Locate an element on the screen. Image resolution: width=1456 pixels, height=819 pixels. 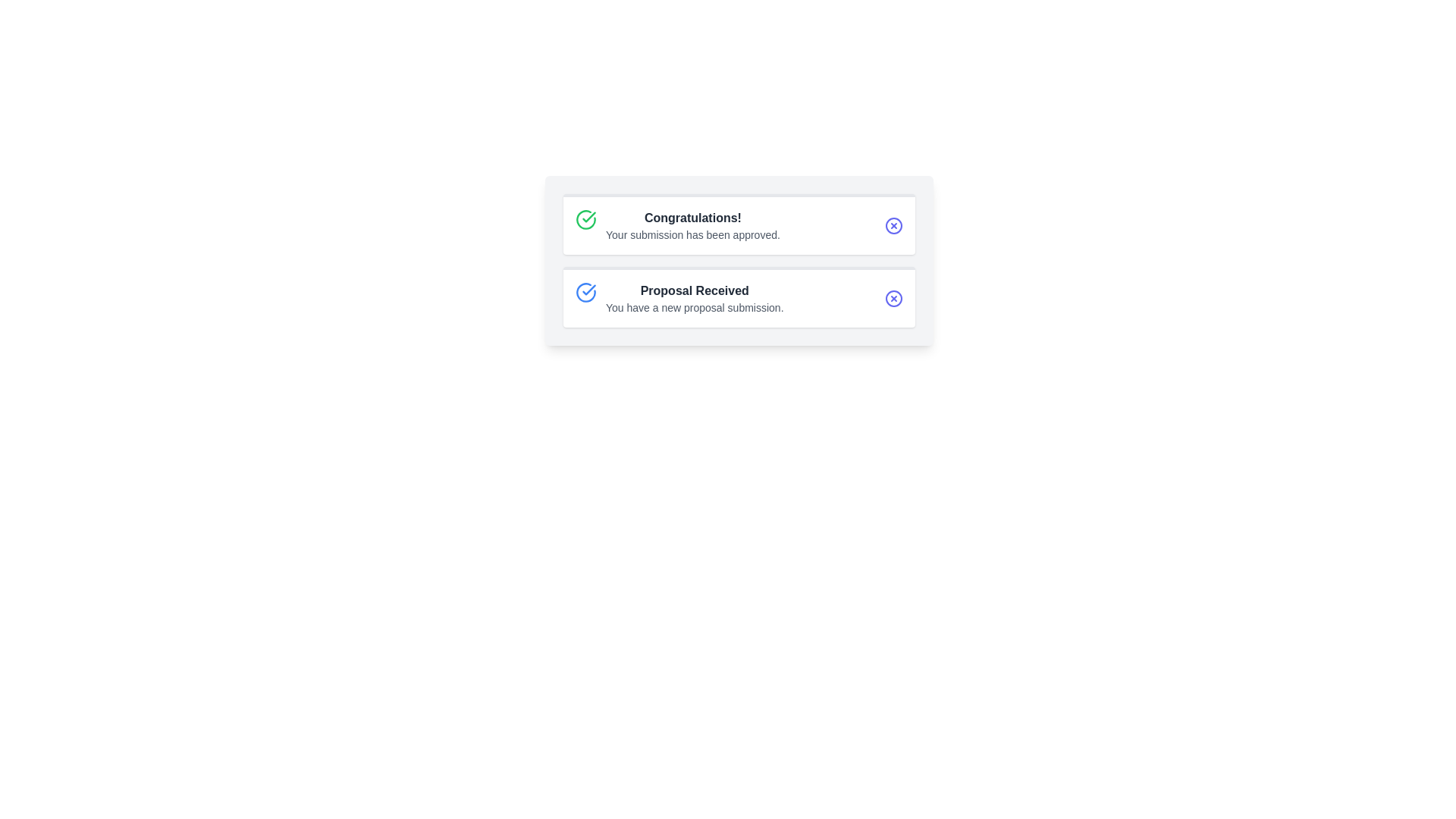
the bold text label displaying 'Congratulations!' in dark gray font at the top of the notification box is located at coordinates (692, 218).